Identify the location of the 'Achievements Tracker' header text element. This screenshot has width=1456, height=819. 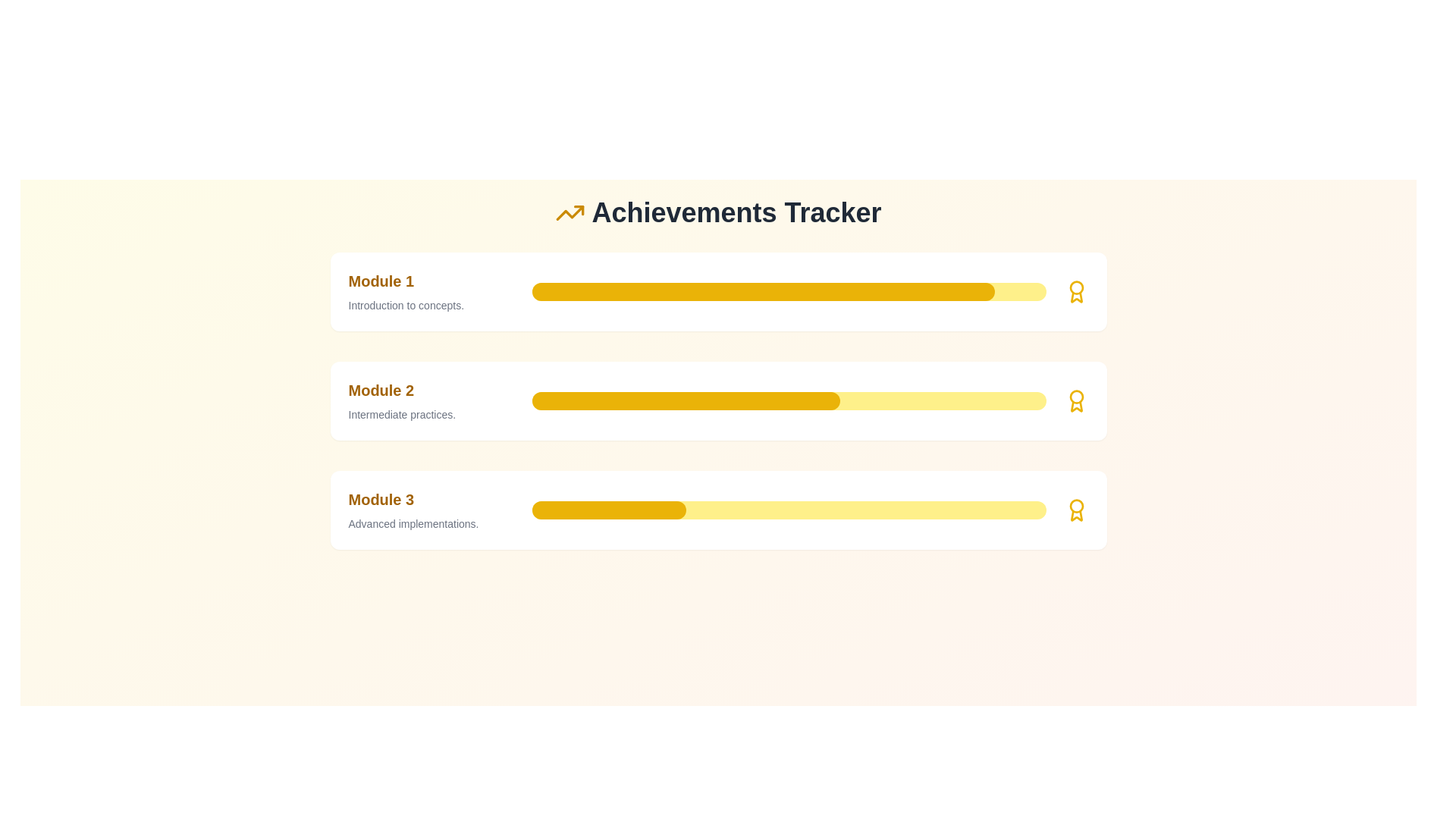
(717, 213).